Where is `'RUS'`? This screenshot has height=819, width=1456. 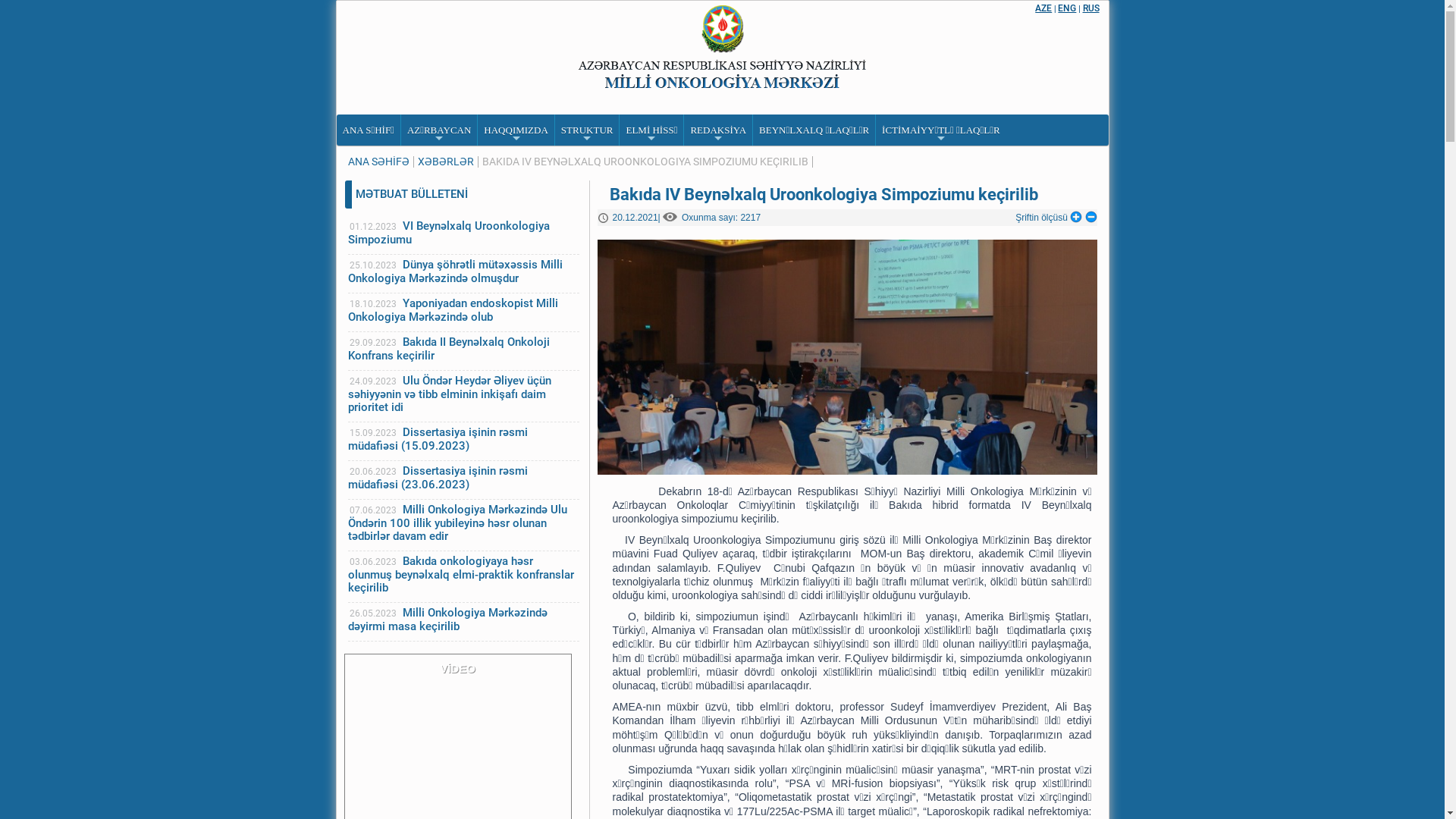
'RUS' is located at coordinates (1090, 8).